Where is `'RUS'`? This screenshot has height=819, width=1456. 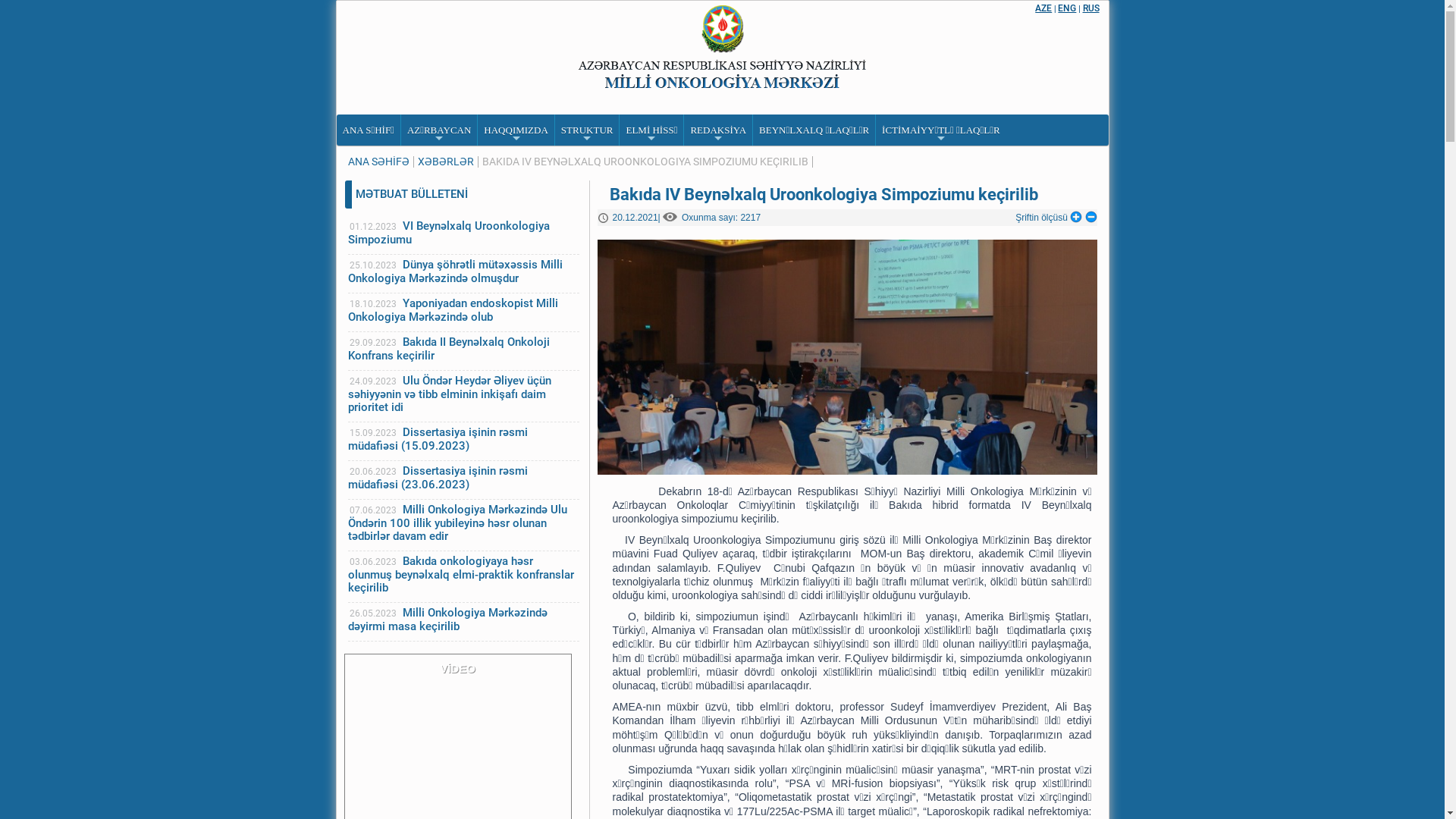
'RUS' is located at coordinates (1090, 8).